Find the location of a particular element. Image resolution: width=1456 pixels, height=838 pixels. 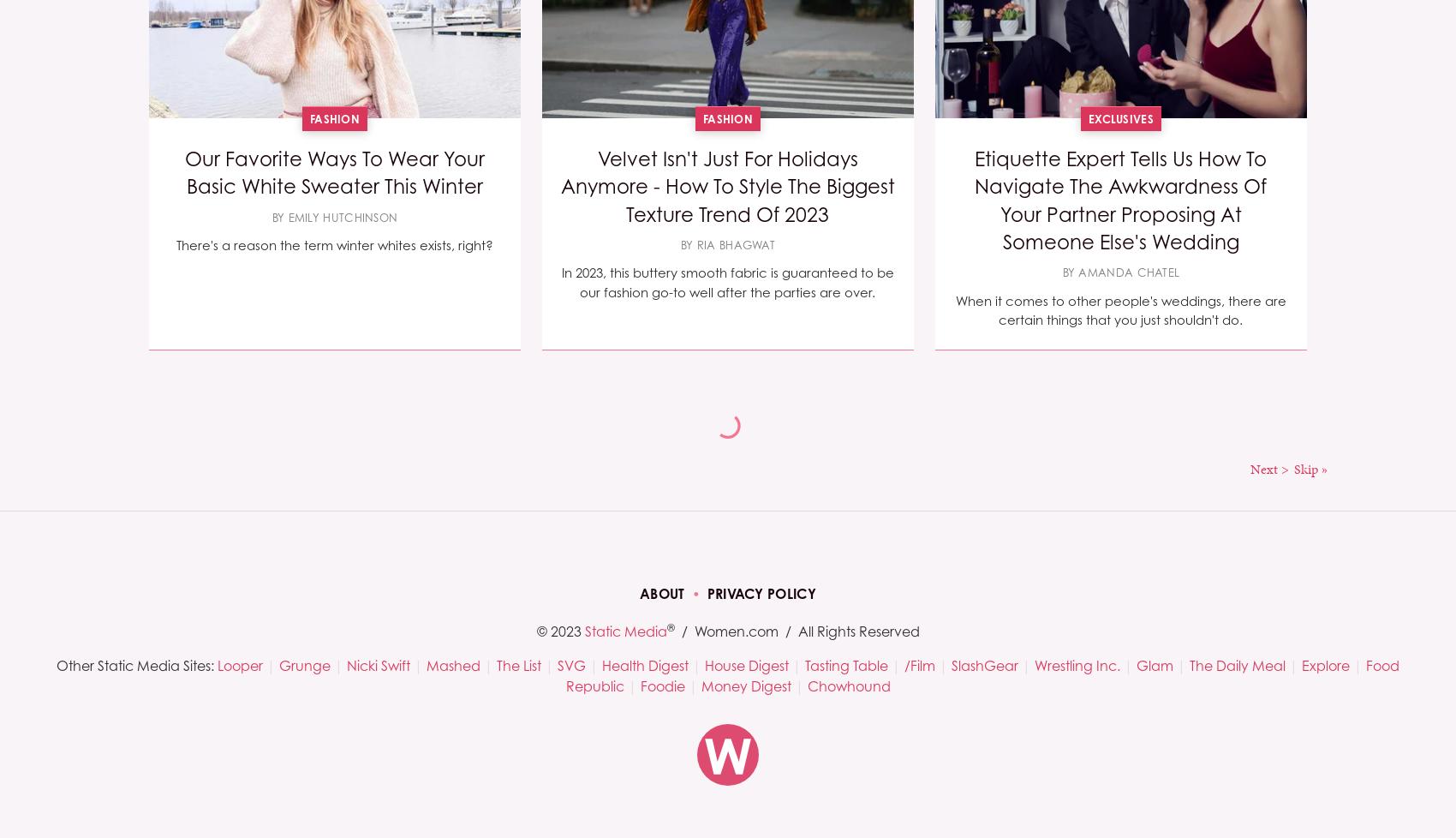

'If your routine calls for several different products, it's important to make sure you're maximizing their benefits.' is located at coordinates (566, 725).